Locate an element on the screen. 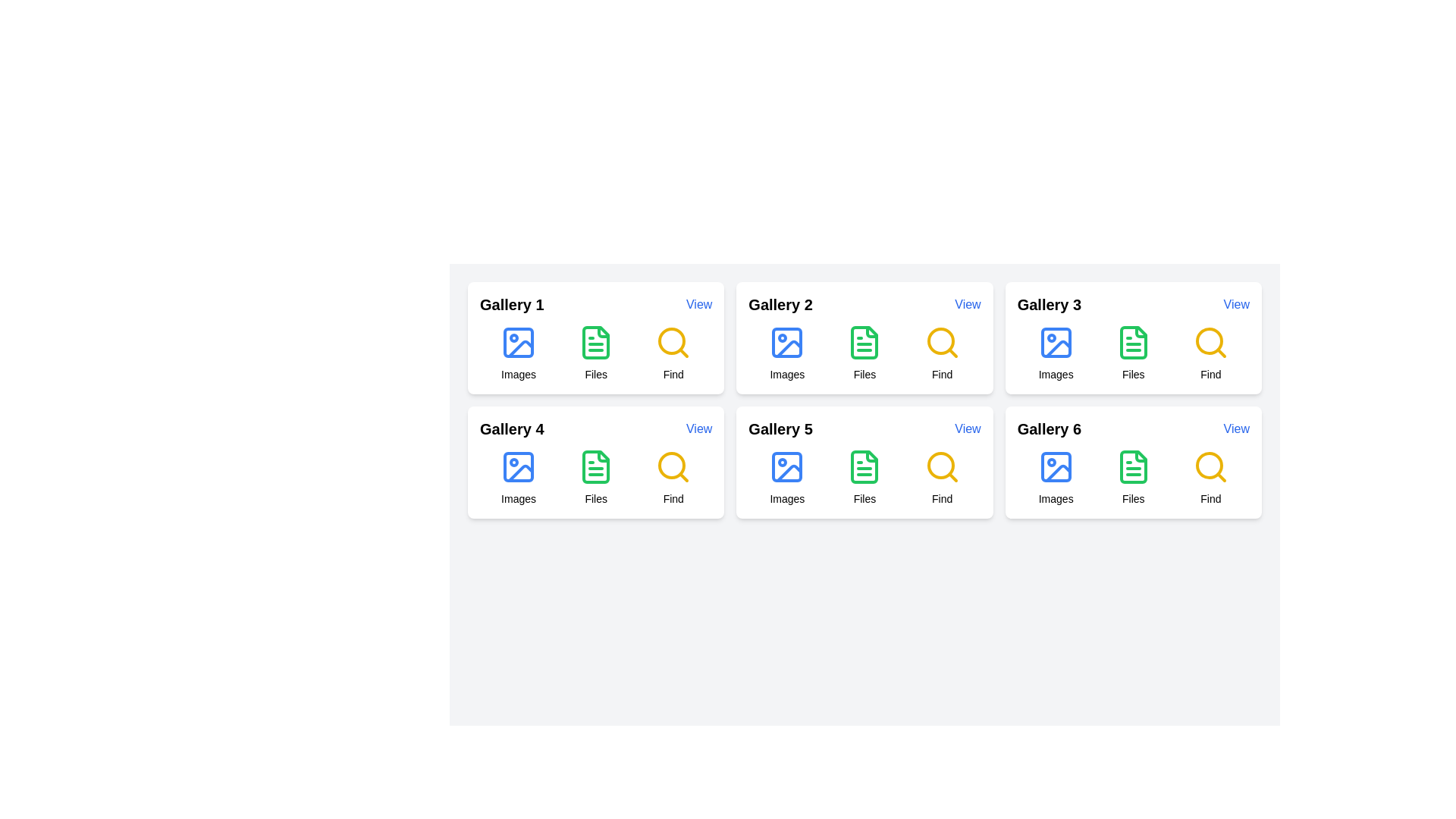 The width and height of the screenshot is (1456, 819). the 'Images' icon with text label in the 'Gallery 1' panel for keyboard navigation is located at coordinates (519, 353).